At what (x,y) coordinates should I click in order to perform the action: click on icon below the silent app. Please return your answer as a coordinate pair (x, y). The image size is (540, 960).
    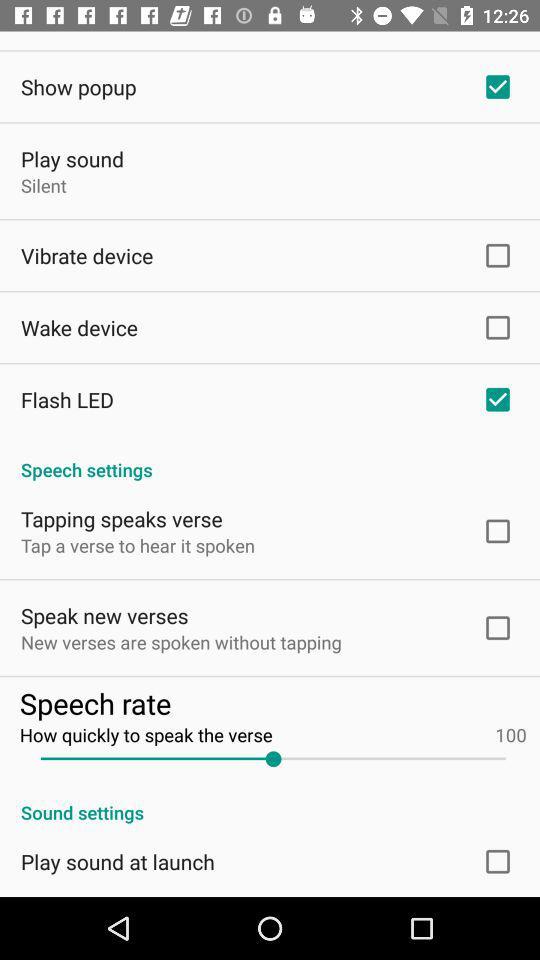
    Looking at the image, I should click on (86, 254).